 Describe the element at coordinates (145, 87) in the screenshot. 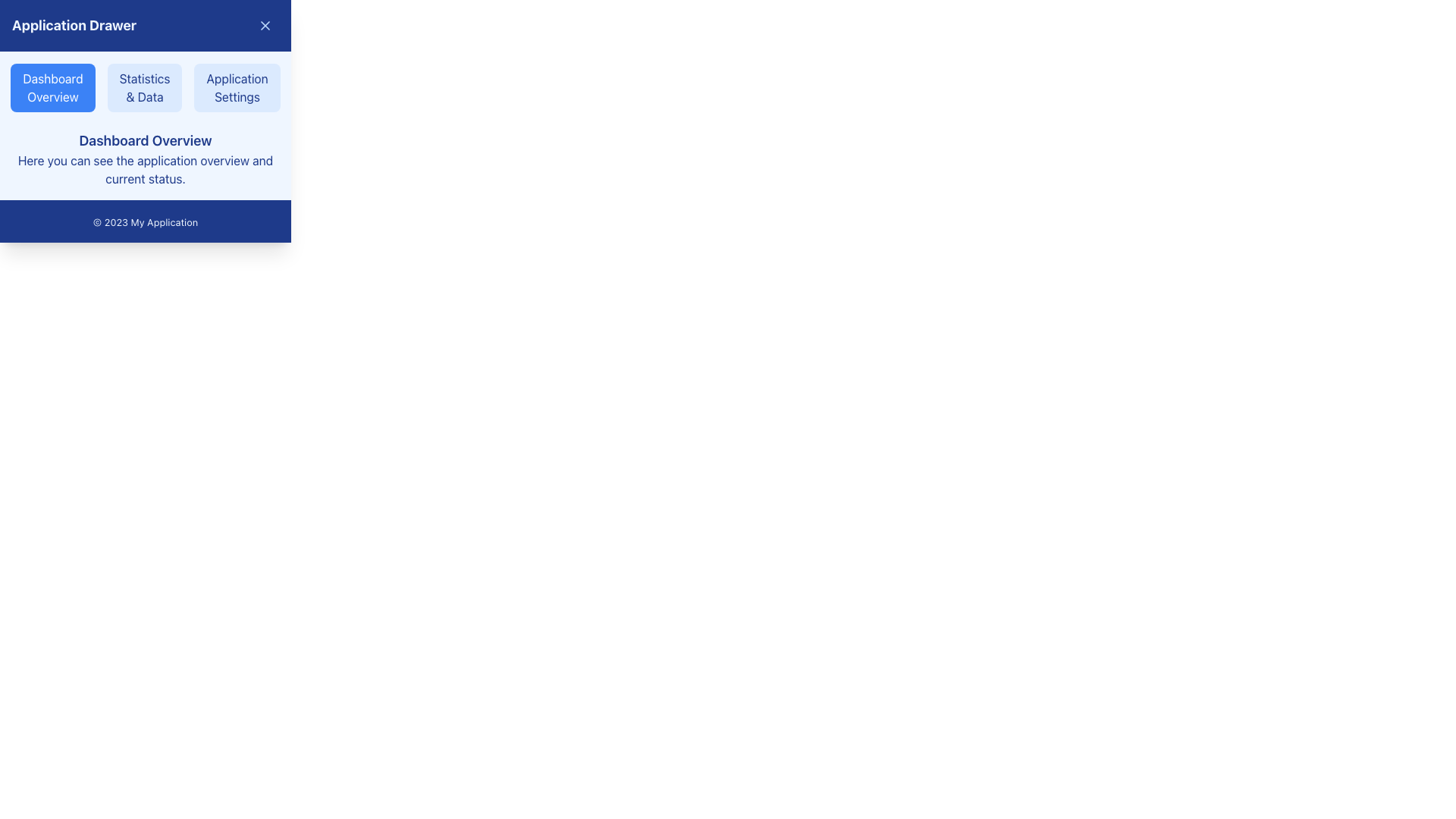

I see `the blue button labeled 'Statistics & Data' which is the second button in a horizontal group of three` at that location.